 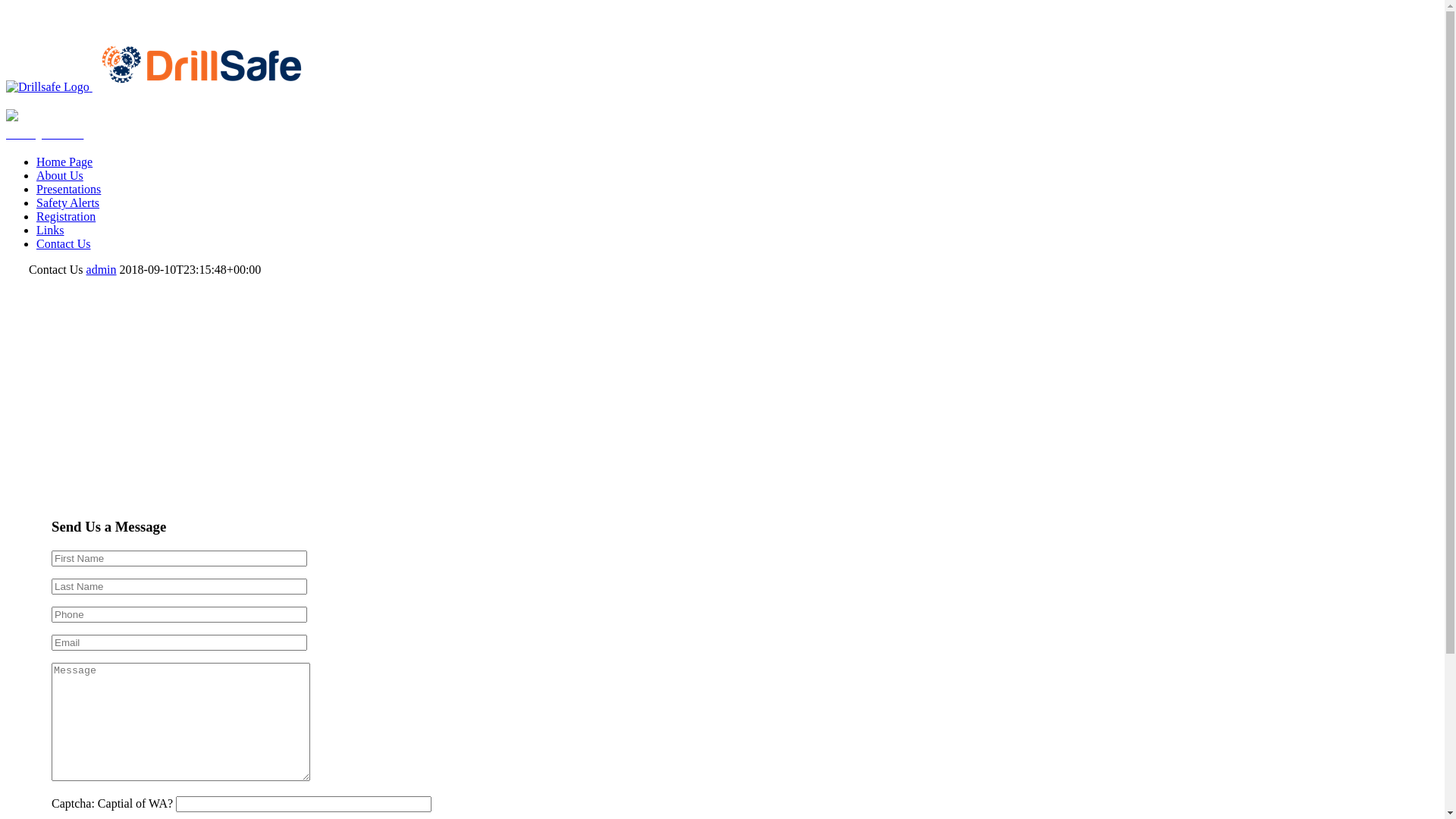 I want to click on 'Safety Alerts', so click(x=67, y=202).